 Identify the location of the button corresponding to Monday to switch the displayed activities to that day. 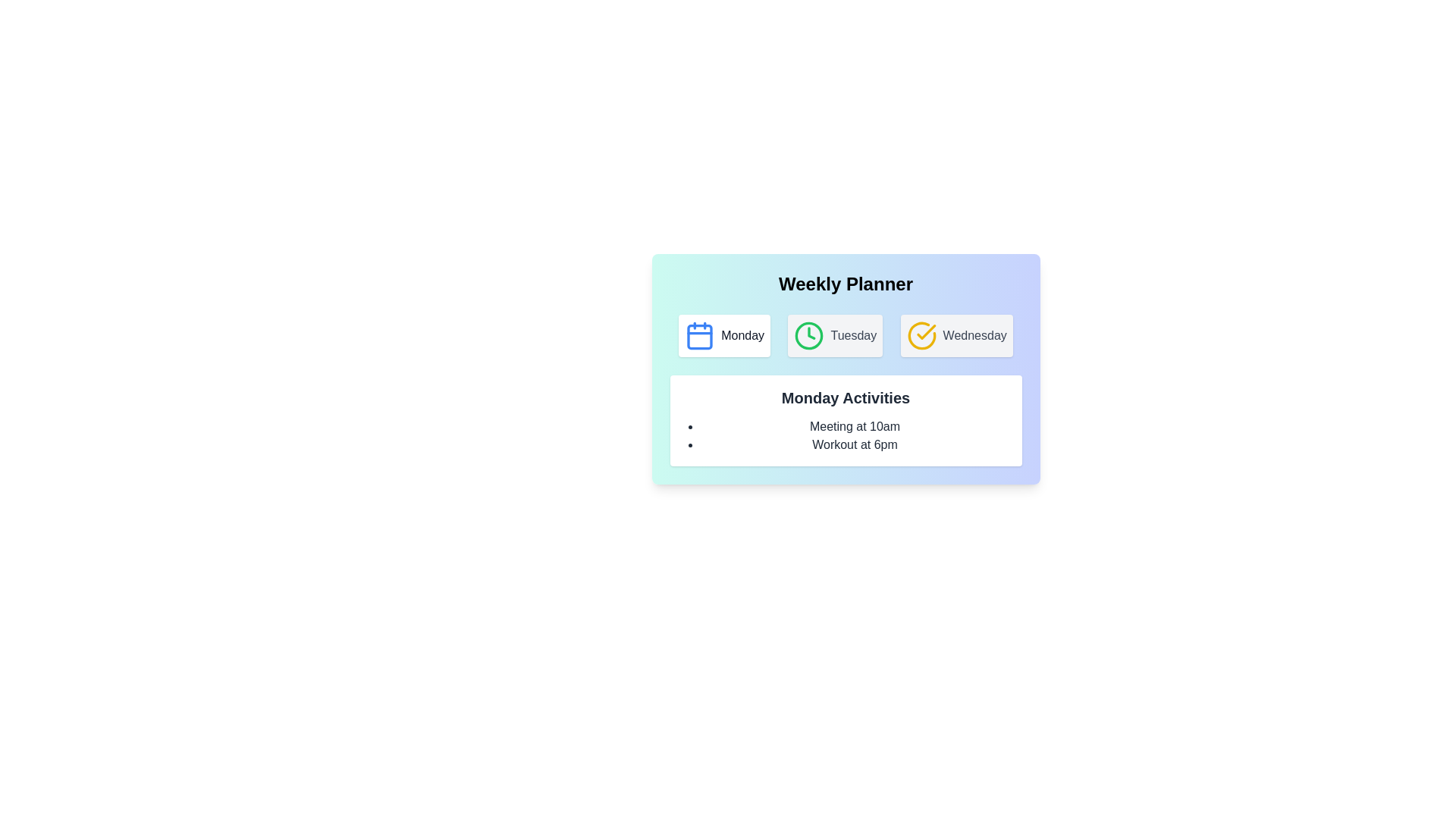
(723, 335).